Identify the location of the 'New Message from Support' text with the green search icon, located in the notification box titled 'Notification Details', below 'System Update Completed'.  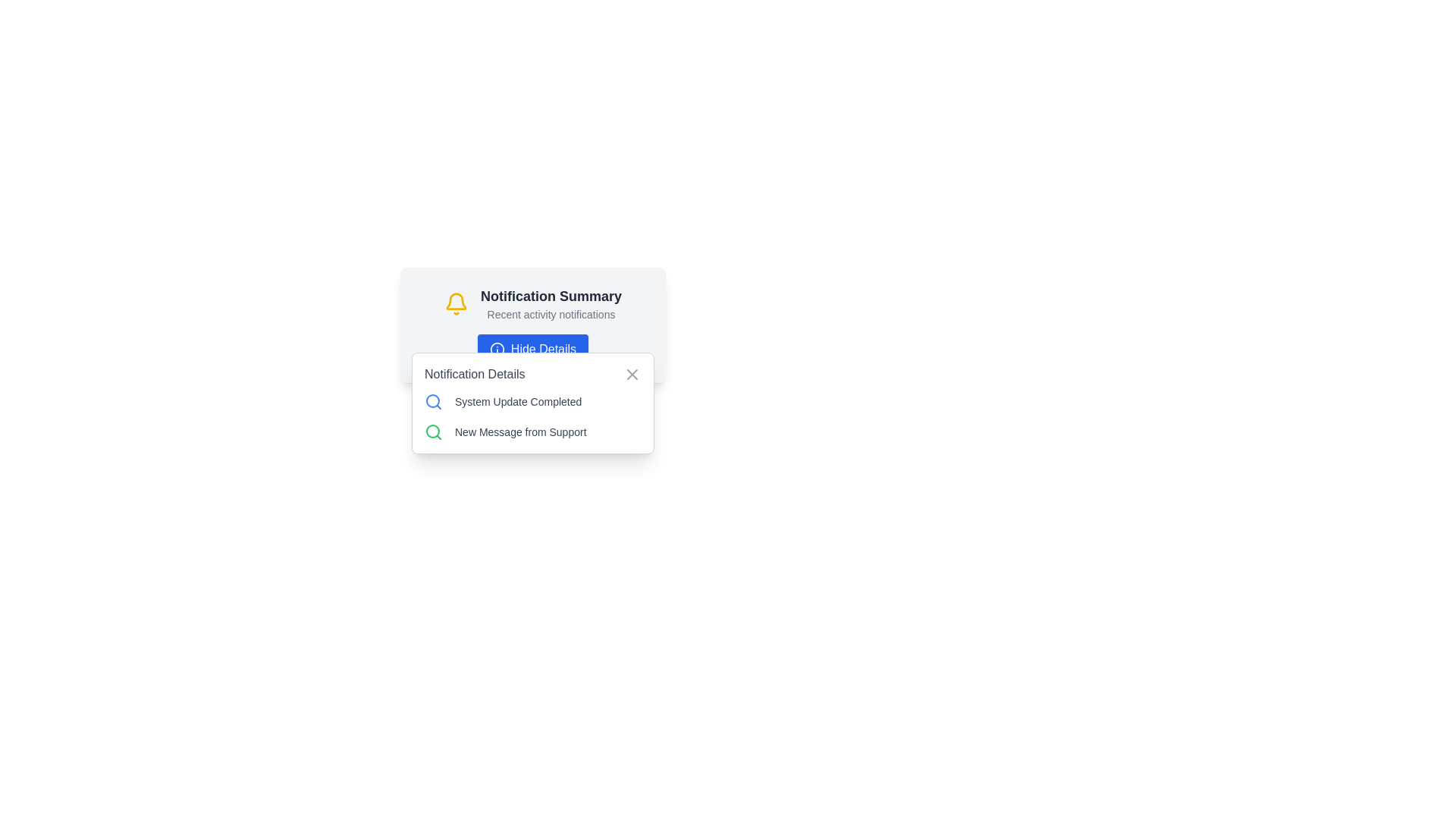
(532, 432).